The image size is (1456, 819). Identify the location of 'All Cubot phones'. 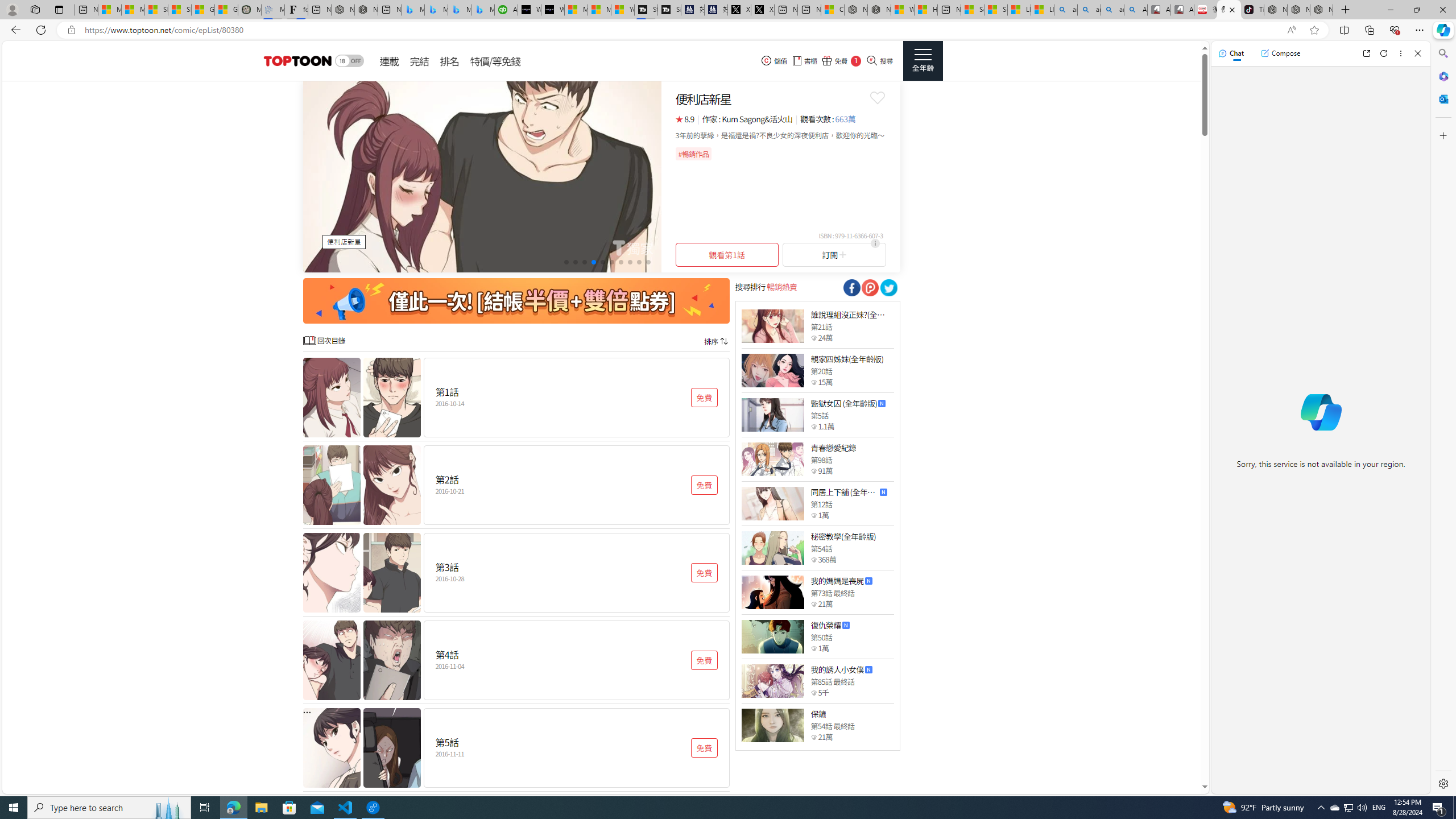
(1182, 9).